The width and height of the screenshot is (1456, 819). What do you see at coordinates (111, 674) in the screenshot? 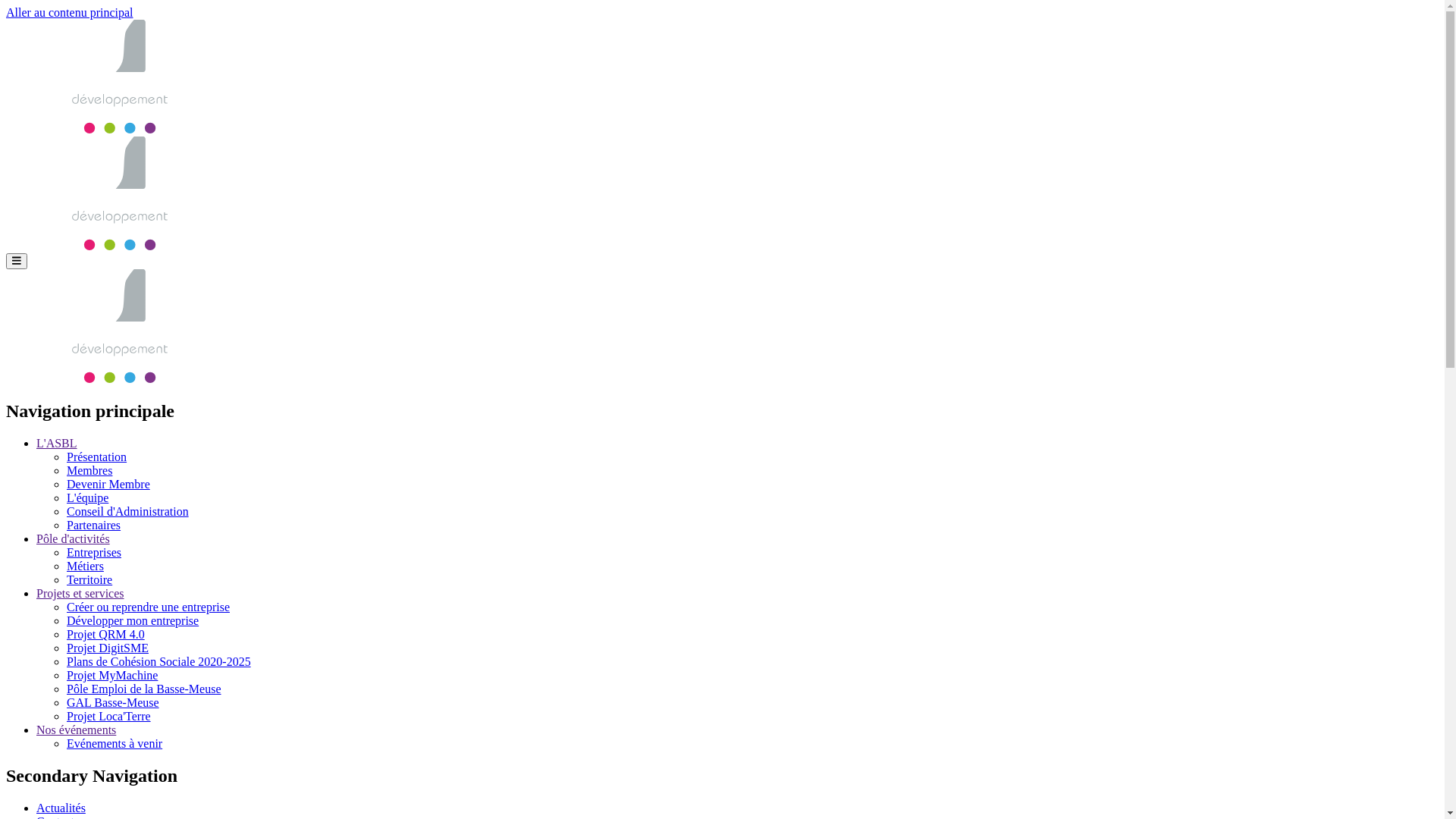
I see `'Projet MyMachine'` at bounding box center [111, 674].